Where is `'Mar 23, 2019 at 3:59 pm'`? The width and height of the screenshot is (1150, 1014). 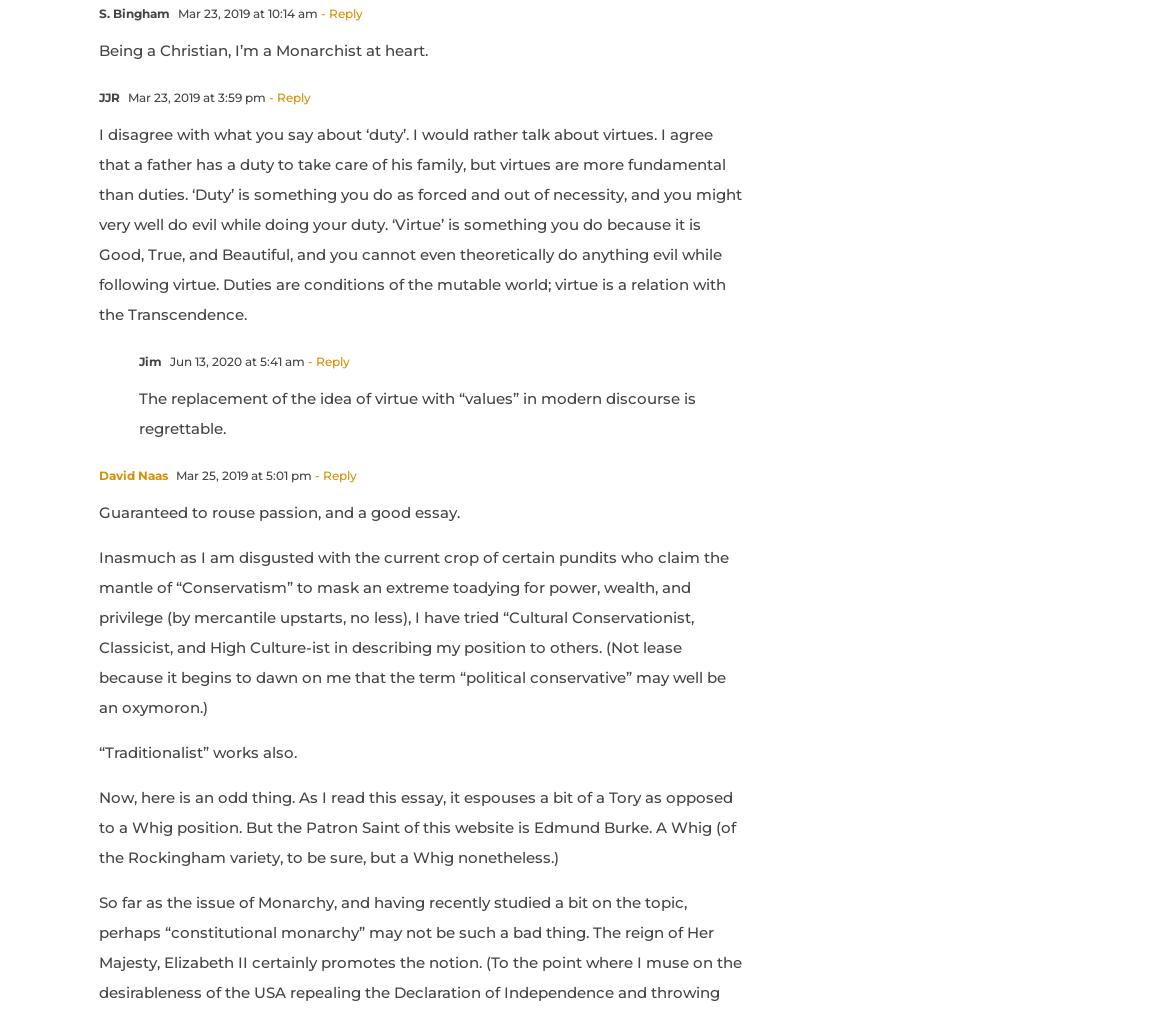 'Mar 23, 2019 at 3:59 pm' is located at coordinates (194, 96).